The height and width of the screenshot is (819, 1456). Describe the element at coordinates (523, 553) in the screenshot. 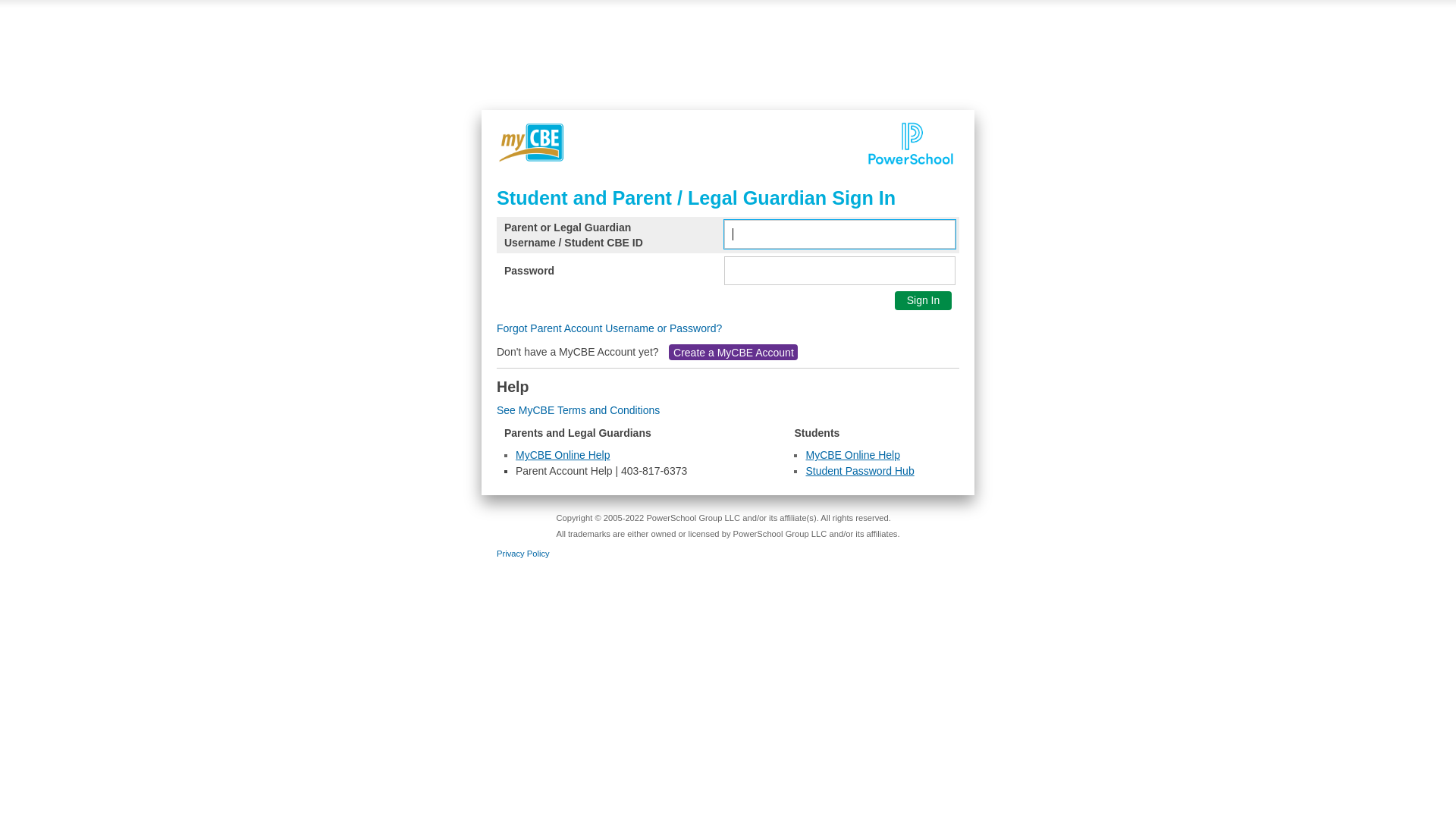

I see `'Privacy Policy'` at that location.